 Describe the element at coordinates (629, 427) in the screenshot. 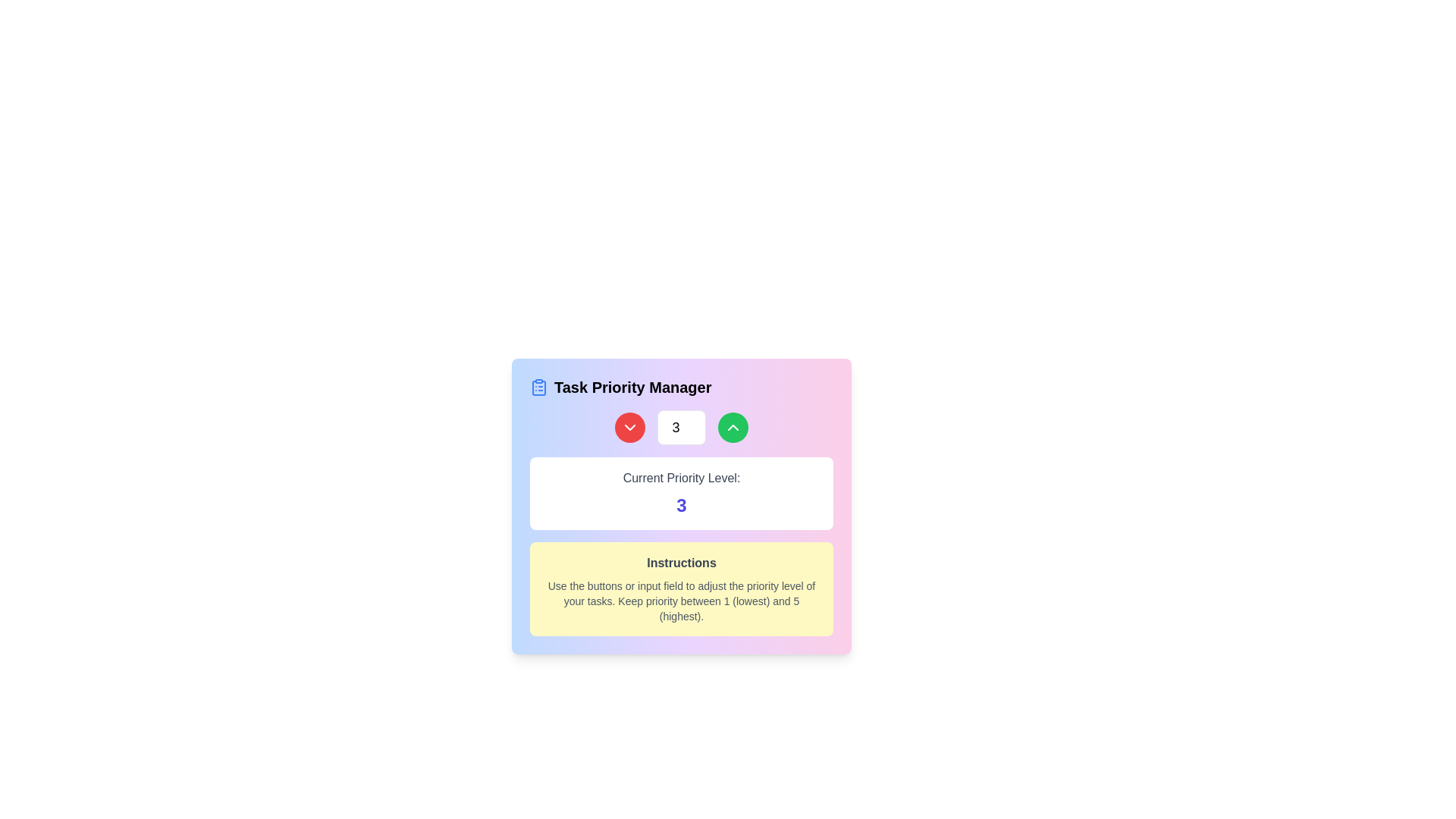

I see `the button designed for decreasing the value in the adjacent numeric input field, which is positioned to the left of a numeric input field and the green circular button with an upward chevron` at that location.